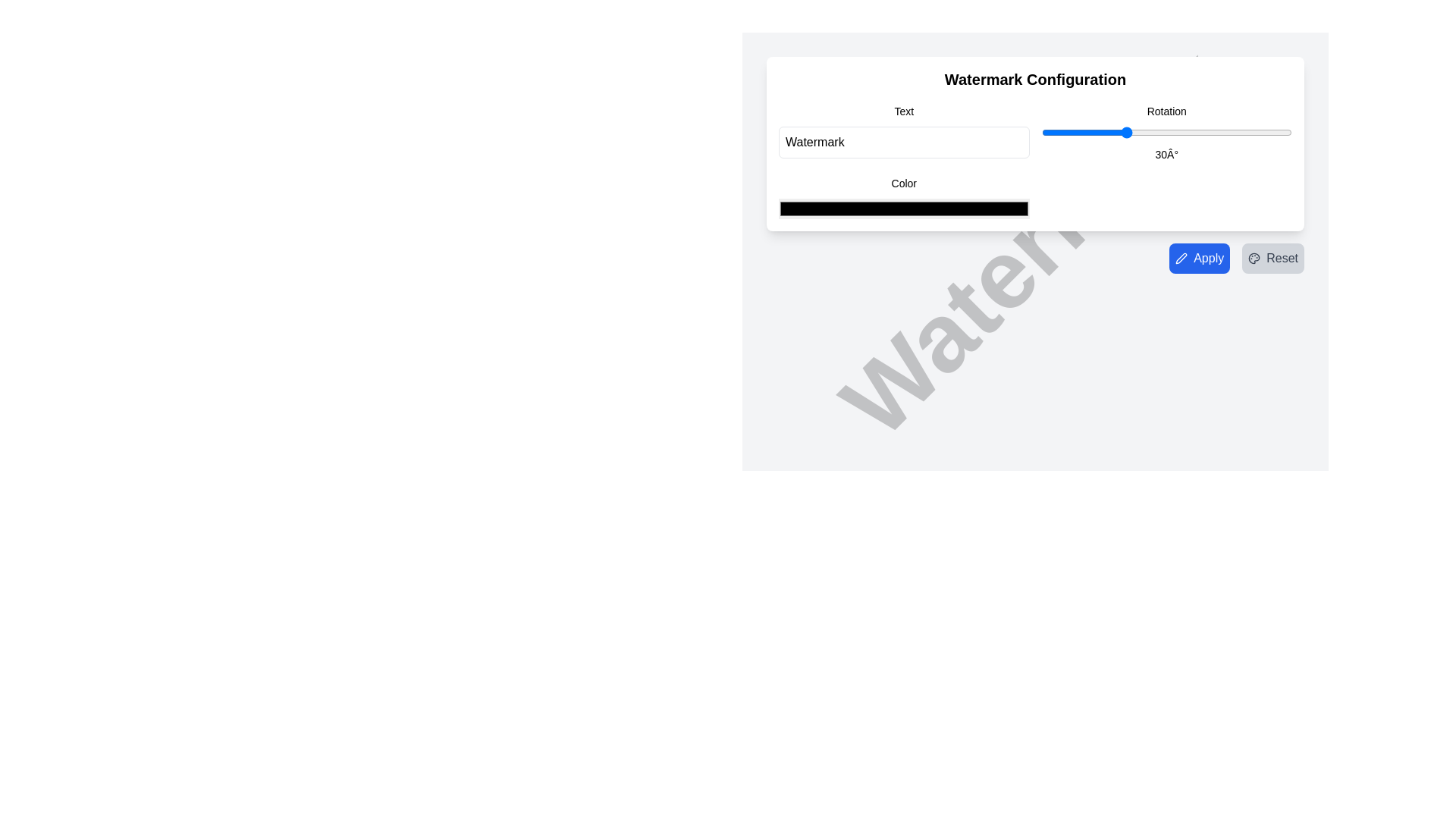 This screenshot has width=1456, height=819. I want to click on the 'Apply' button, which is a rectangular button with rounded corners, a vivid blue background, and white text, located in the bottom-right corner of the content area just below 'Watermark Configuration.', so click(1199, 257).